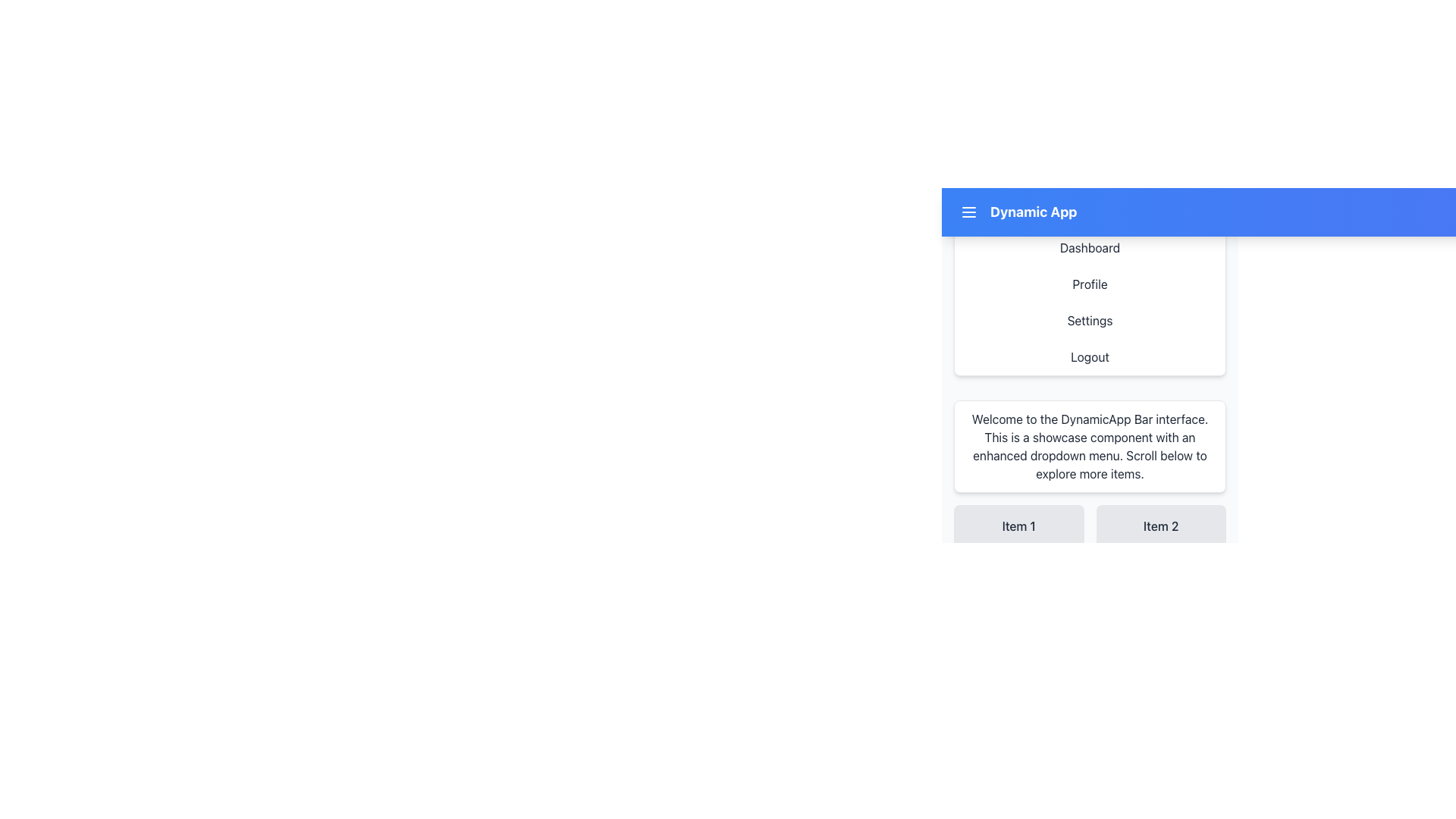 Image resolution: width=1456 pixels, height=819 pixels. What do you see at coordinates (1089, 446) in the screenshot?
I see `informational text block that features a paragraph of centered text saying: 'Welcome to the DynamicApp Bar interface. This is a showcase component with an enhanced dropdown menu. Scroll below to explore more items.'` at bounding box center [1089, 446].